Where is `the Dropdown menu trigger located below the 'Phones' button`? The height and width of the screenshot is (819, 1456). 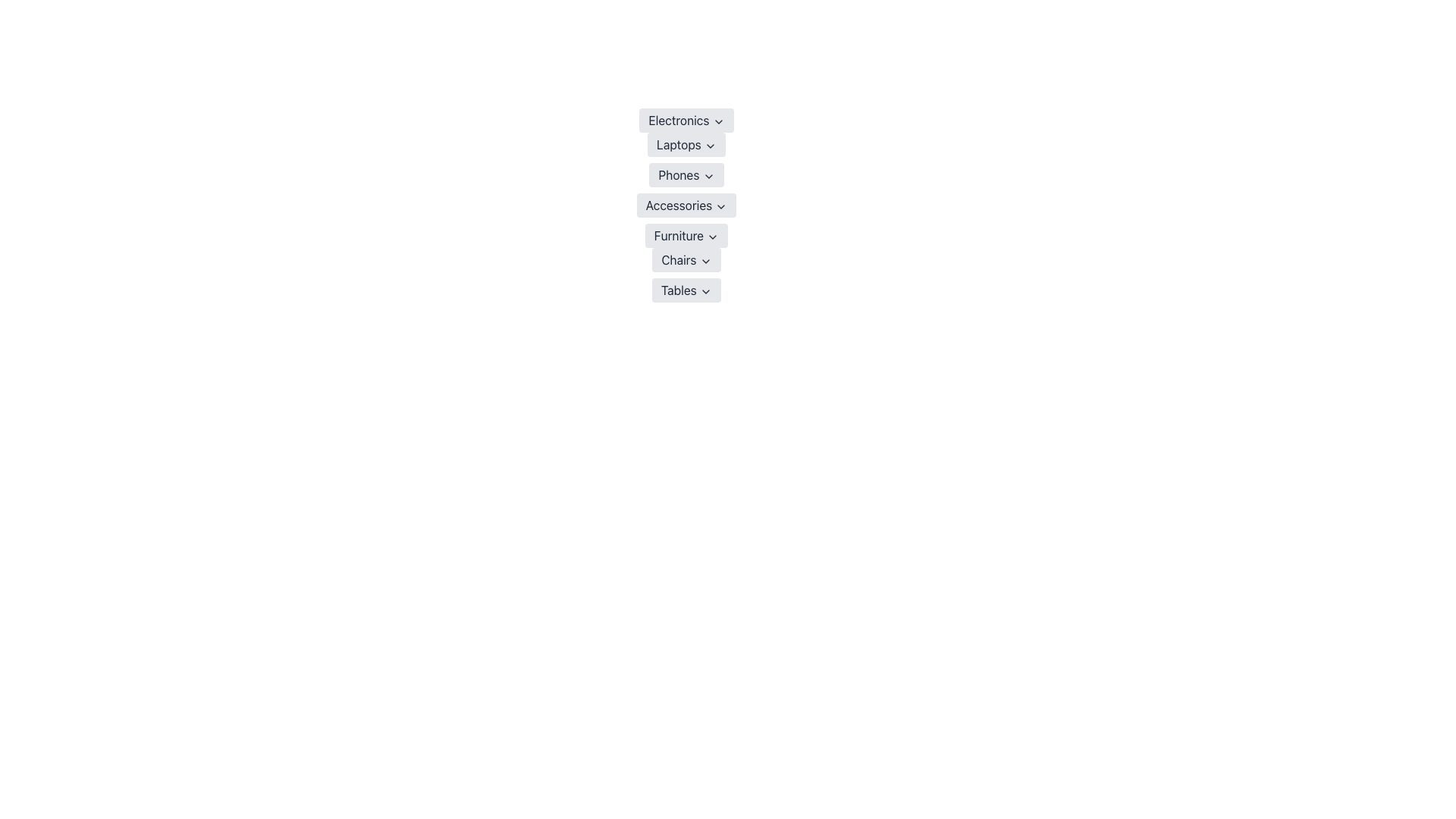 the Dropdown menu trigger located below the 'Phones' button is located at coordinates (686, 205).